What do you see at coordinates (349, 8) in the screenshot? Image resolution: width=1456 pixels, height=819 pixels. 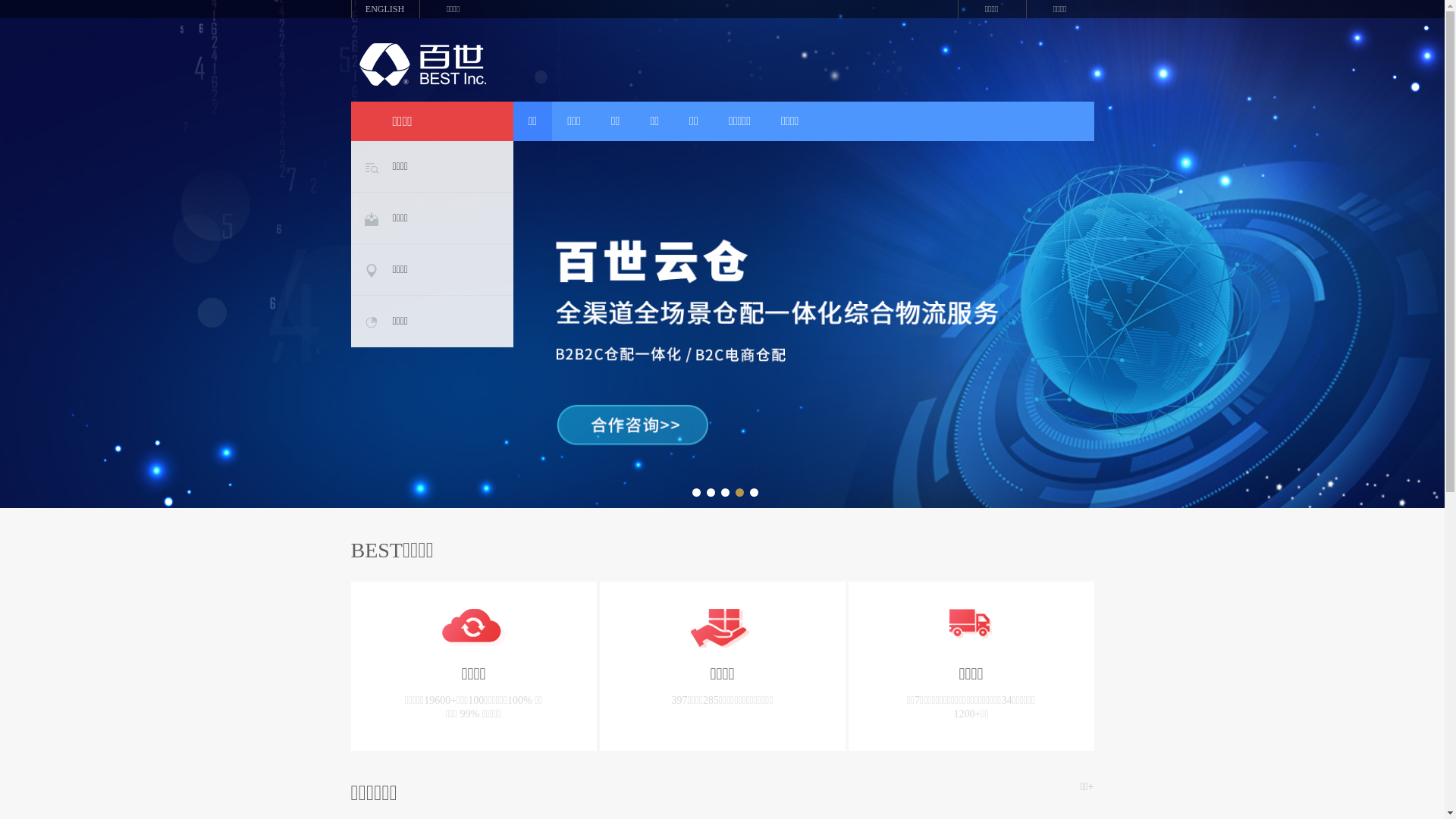 I see `'ENGLISH'` at bounding box center [349, 8].